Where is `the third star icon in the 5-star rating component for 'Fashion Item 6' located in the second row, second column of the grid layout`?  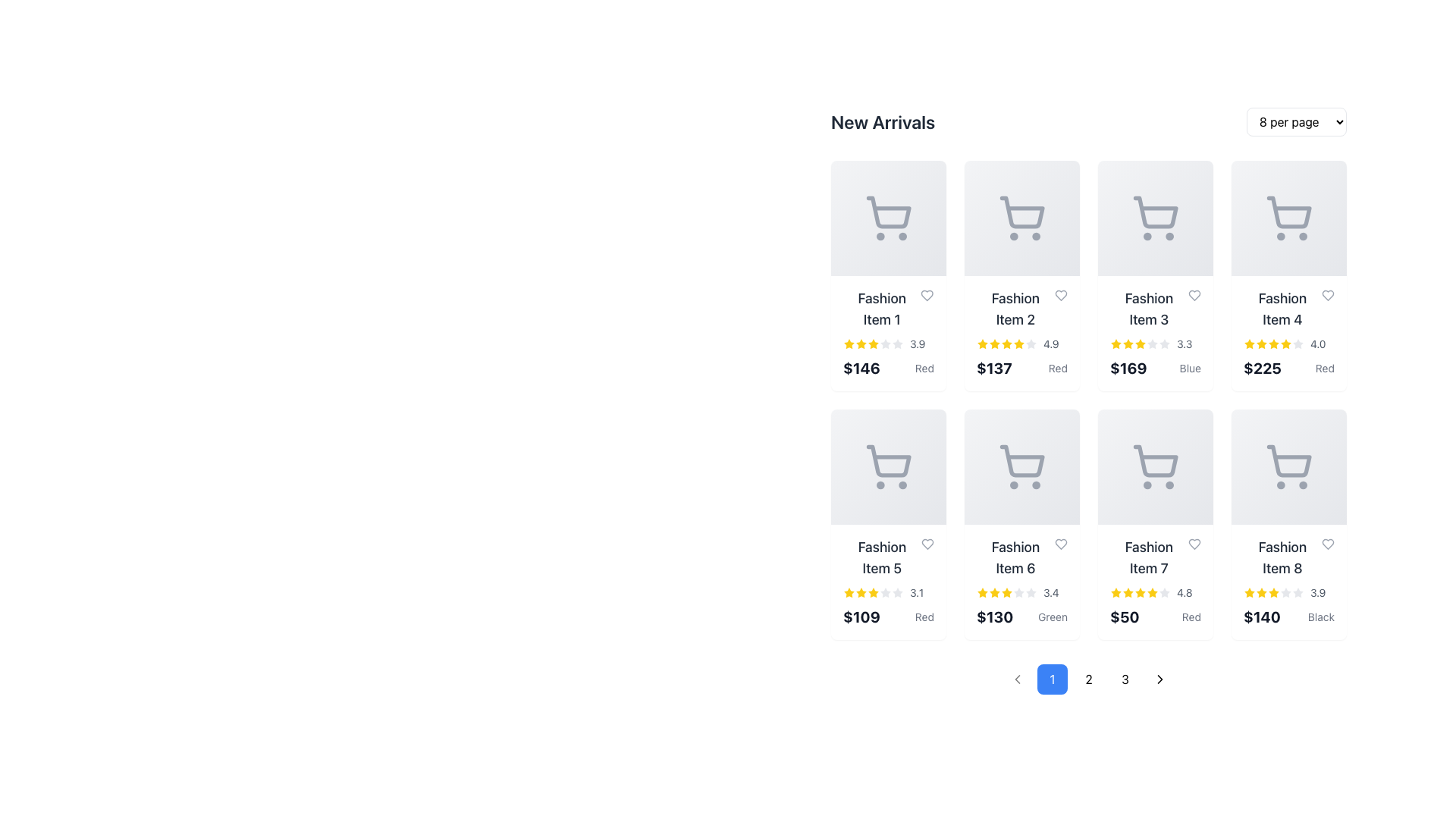 the third star icon in the 5-star rating component for 'Fashion Item 6' located in the second row, second column of the grid layout is located at coordinates (994, 592).